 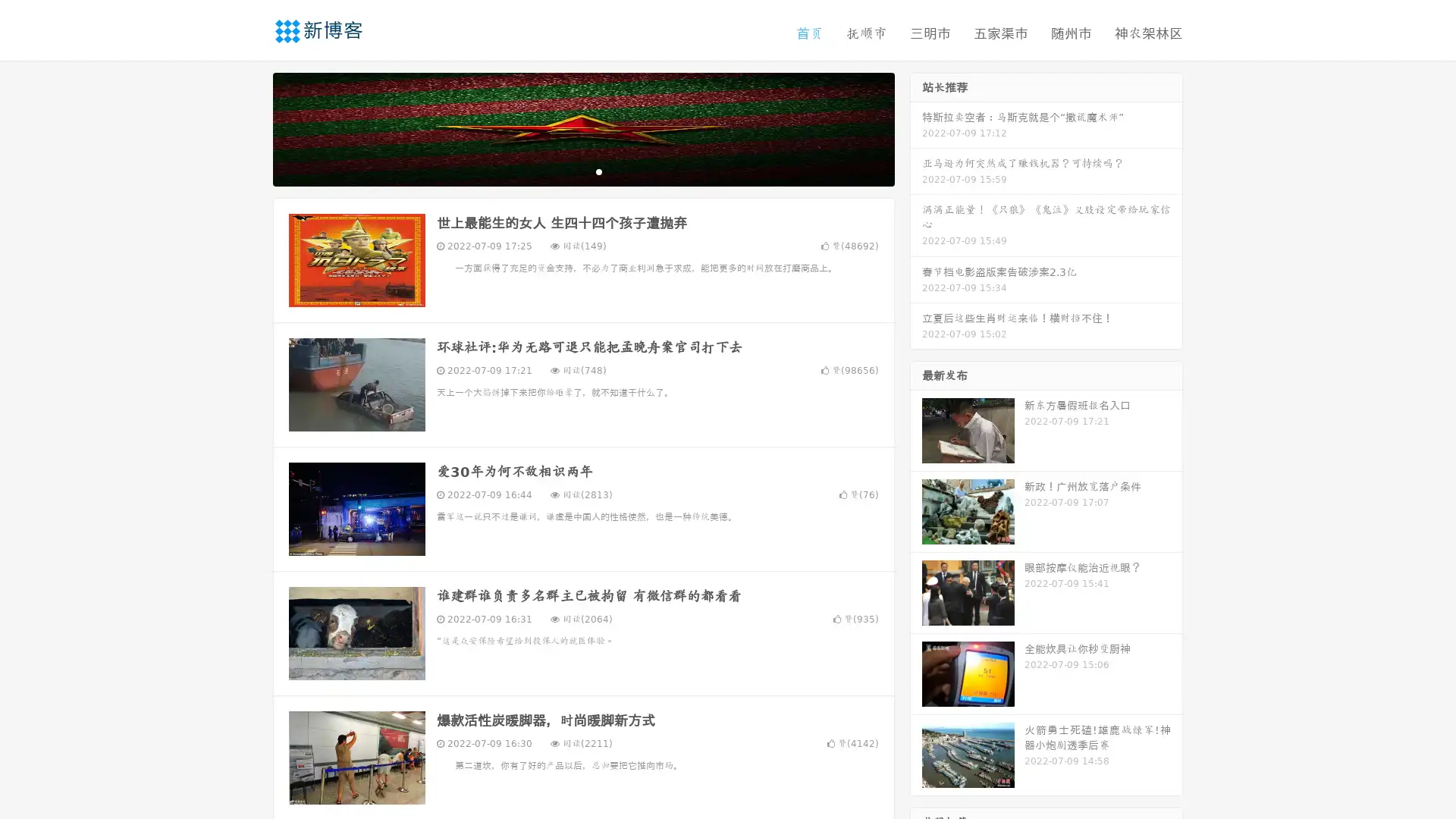 I want to click on Go to slide 2, so click(x=582, y=171).